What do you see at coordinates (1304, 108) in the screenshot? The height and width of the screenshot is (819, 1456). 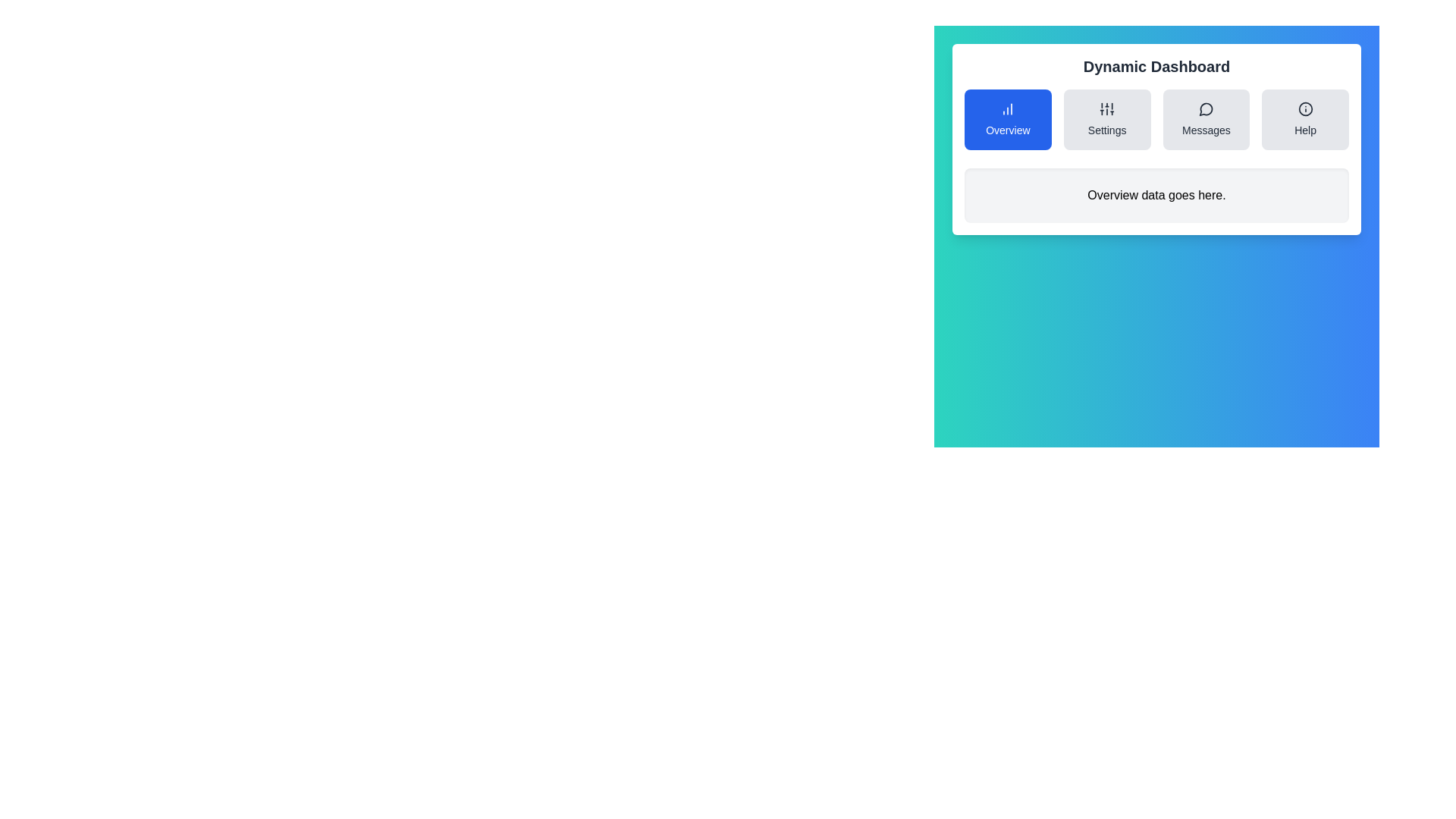 I see `the 'Help' button which contains the SVG info icon, located at the far right of the horizontal navigation bar` at bounding box center [1304, 108].